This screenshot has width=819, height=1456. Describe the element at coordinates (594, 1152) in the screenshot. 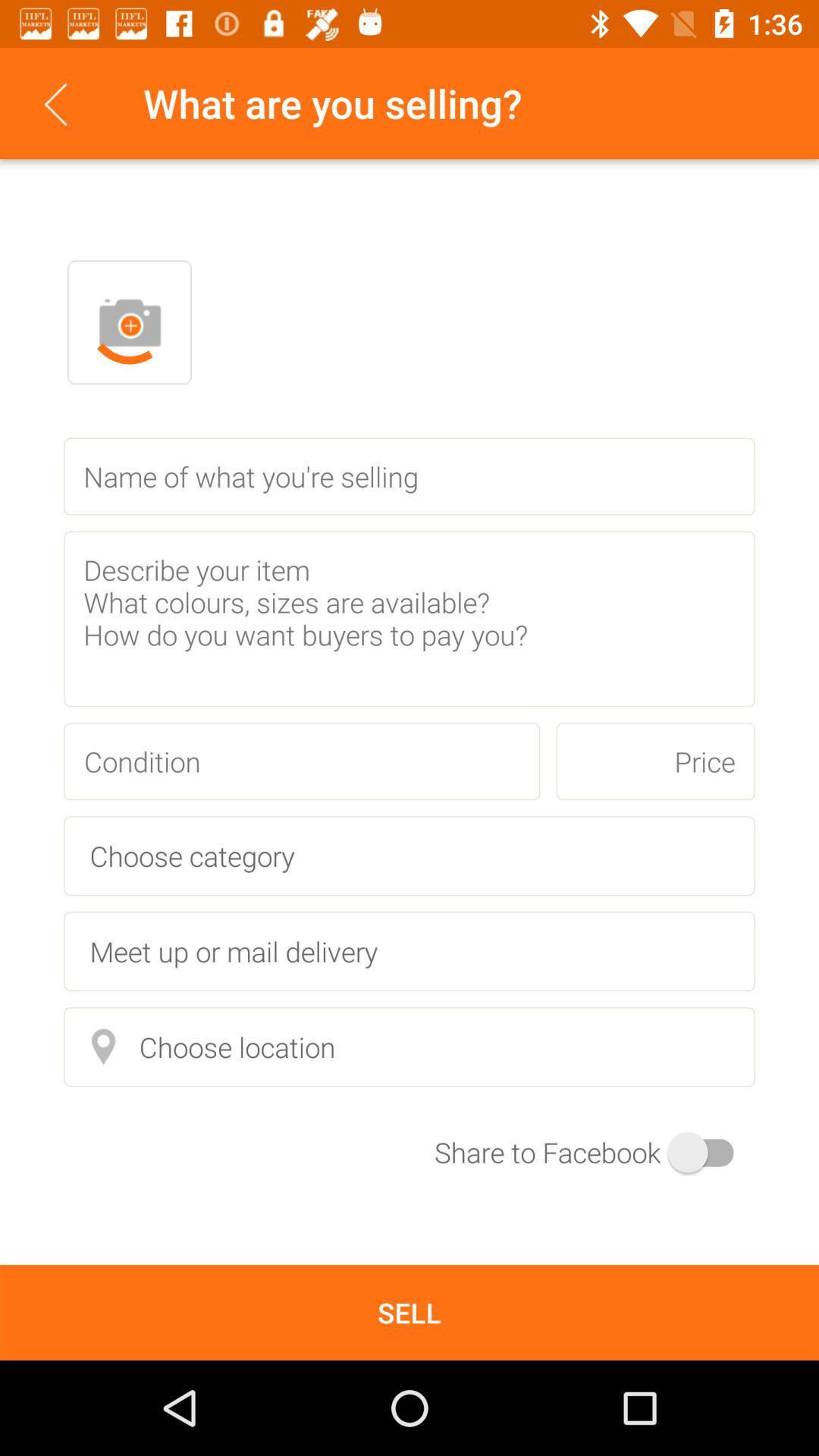

I see `the item at the bottom right corner` at that location.